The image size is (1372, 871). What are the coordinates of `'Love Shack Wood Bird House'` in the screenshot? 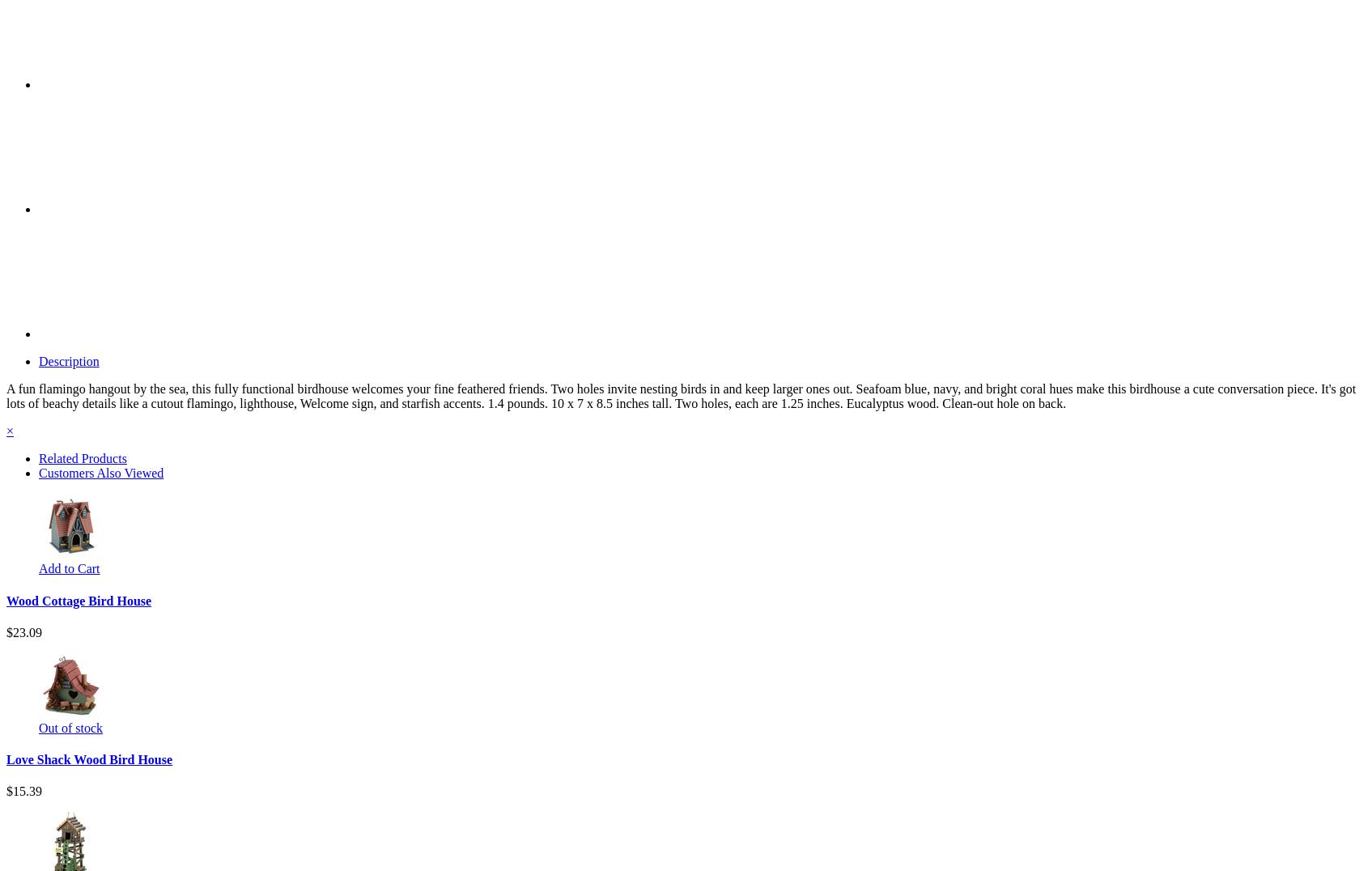 It's located at (88, 758).